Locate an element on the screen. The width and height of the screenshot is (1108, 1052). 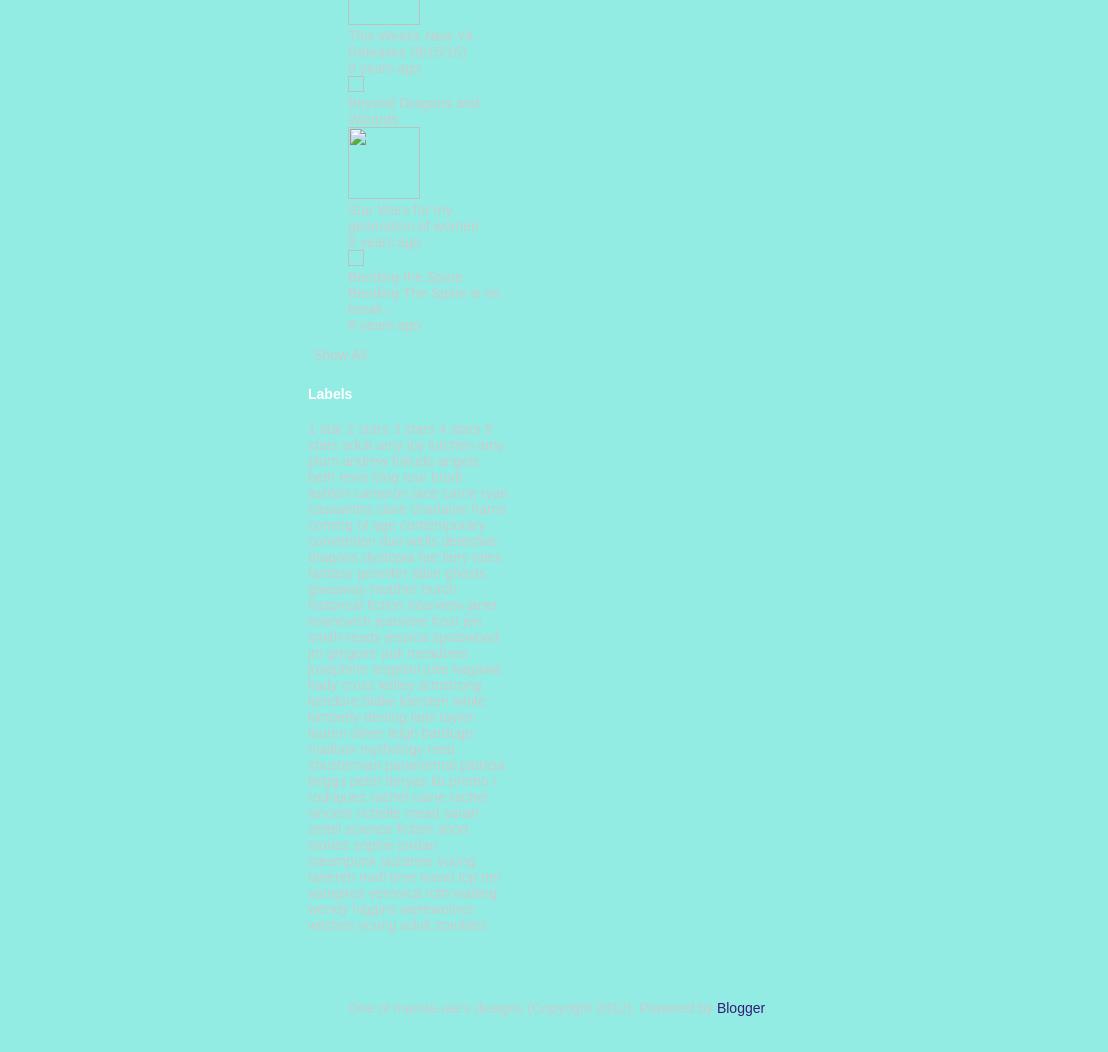
'steampunk' is located at coordinates (341, 859).